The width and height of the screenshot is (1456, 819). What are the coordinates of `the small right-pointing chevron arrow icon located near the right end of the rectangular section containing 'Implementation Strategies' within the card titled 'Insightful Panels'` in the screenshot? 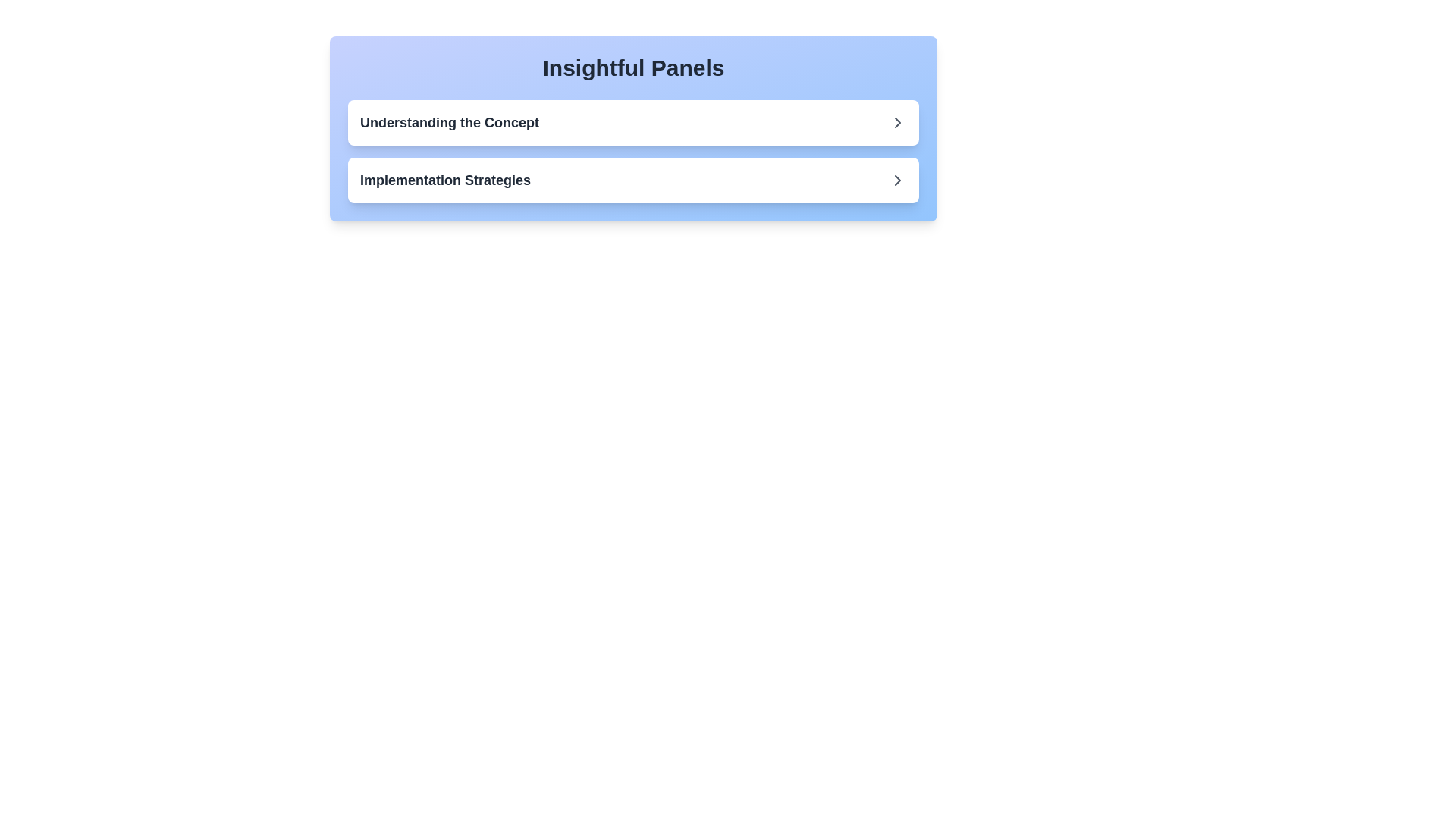 It's located at (898, 180).